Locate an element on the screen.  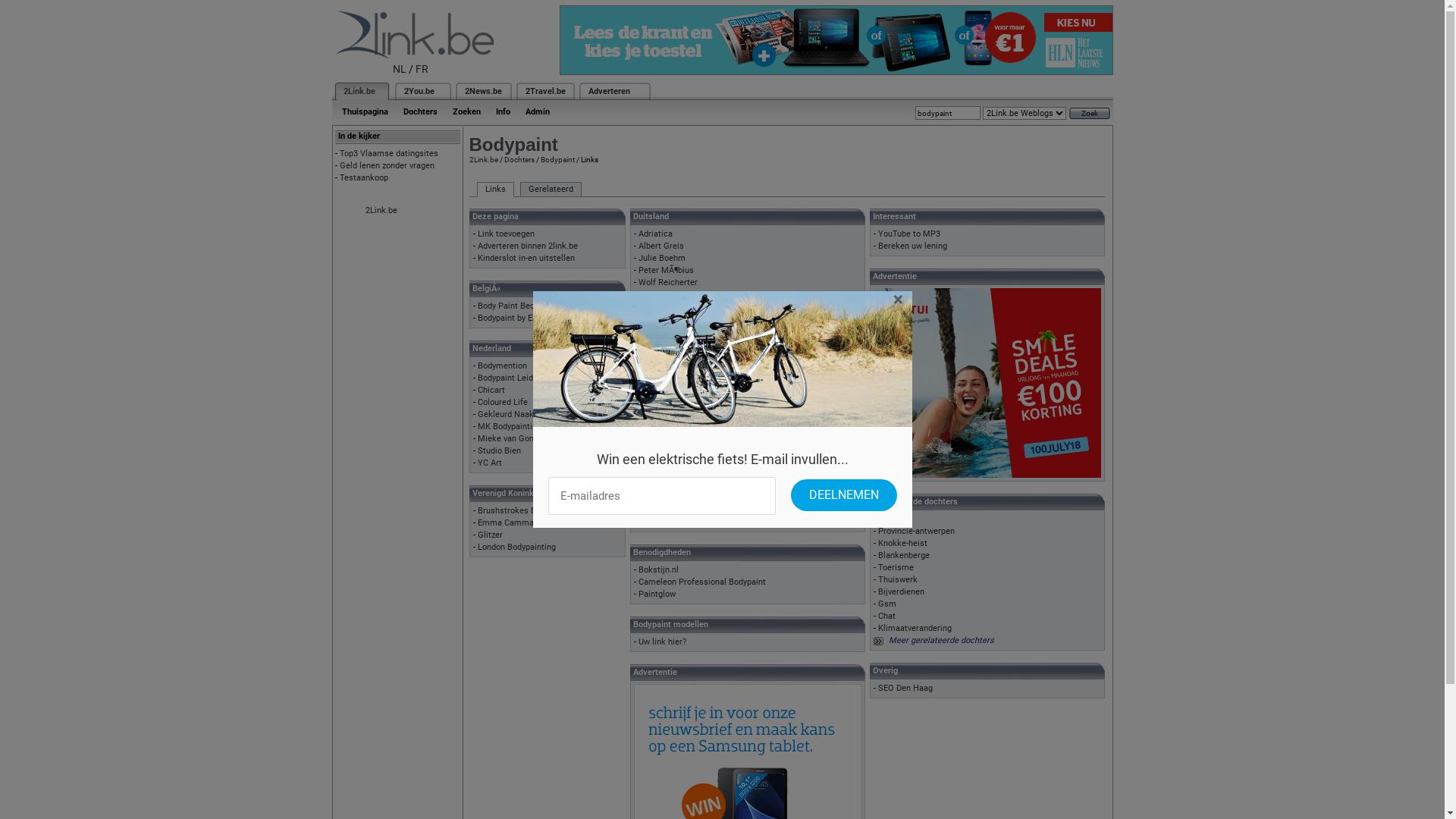
'2News.be' is located at coordinates (482, 91).